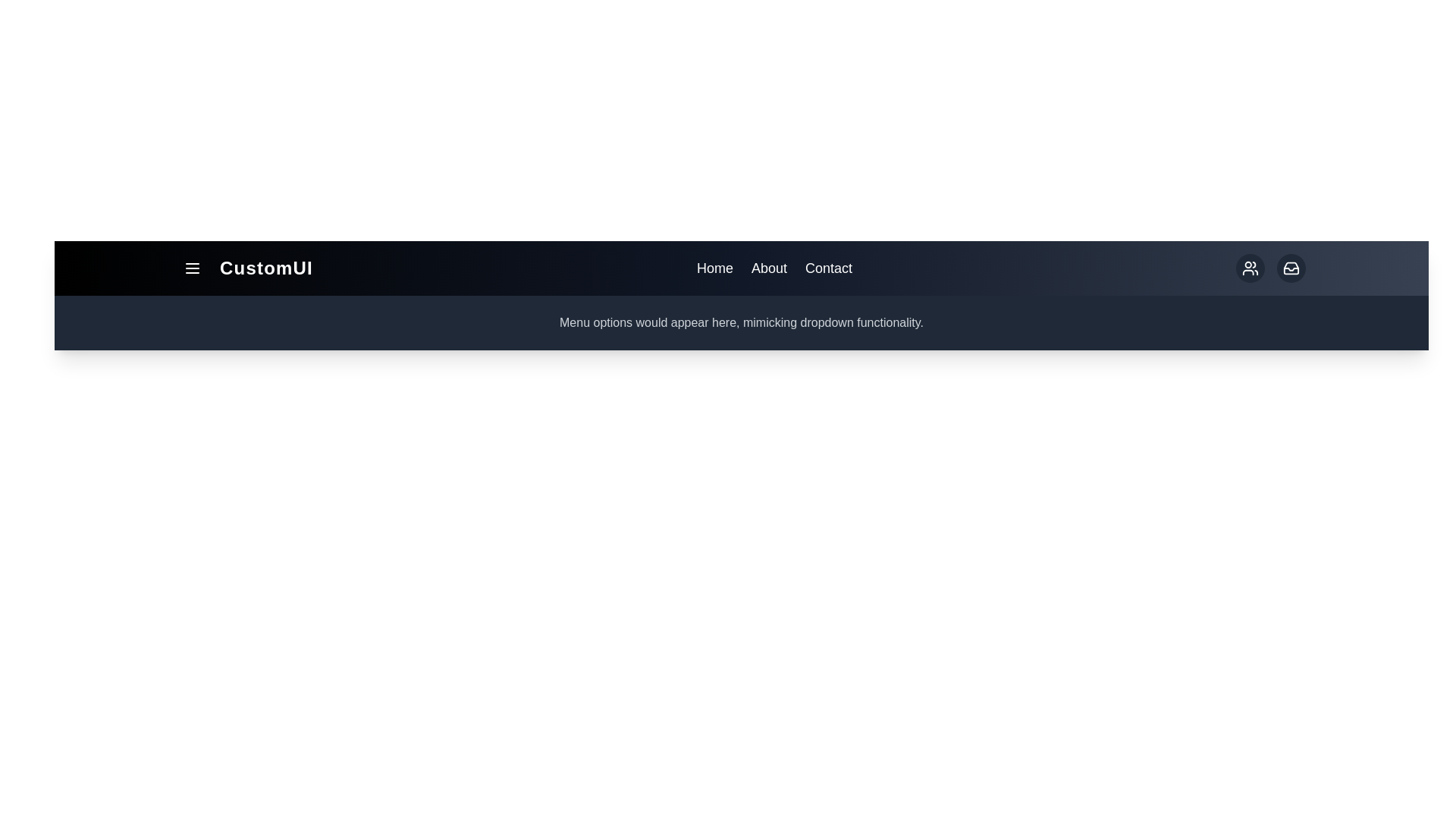 The width and height of the screenshot is (1456, 819). I want to click on the 'Contact' link in the navigation bar, so click(828, 268).